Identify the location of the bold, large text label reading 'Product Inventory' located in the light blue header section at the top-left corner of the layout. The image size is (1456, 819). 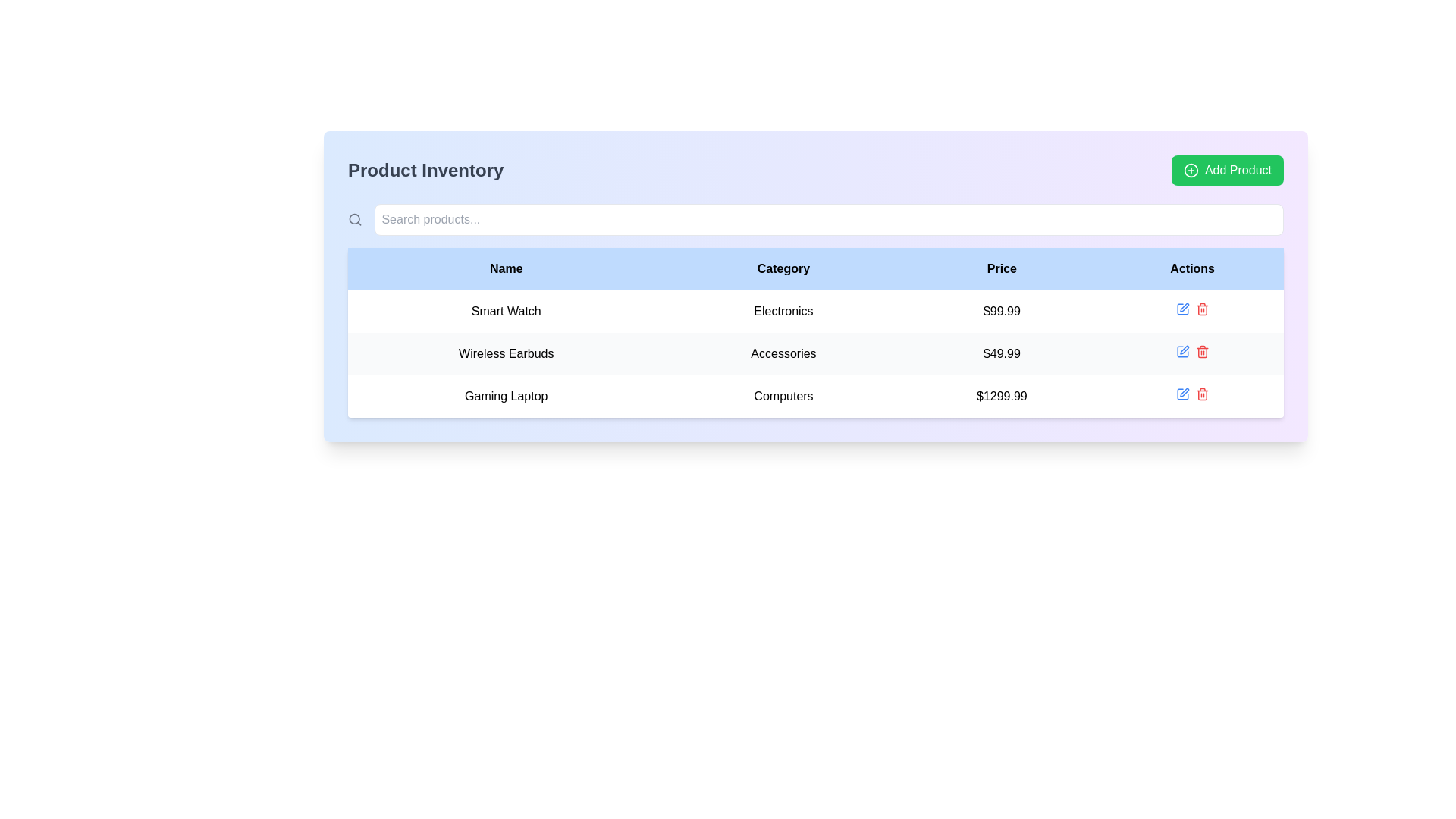
(425, 170).